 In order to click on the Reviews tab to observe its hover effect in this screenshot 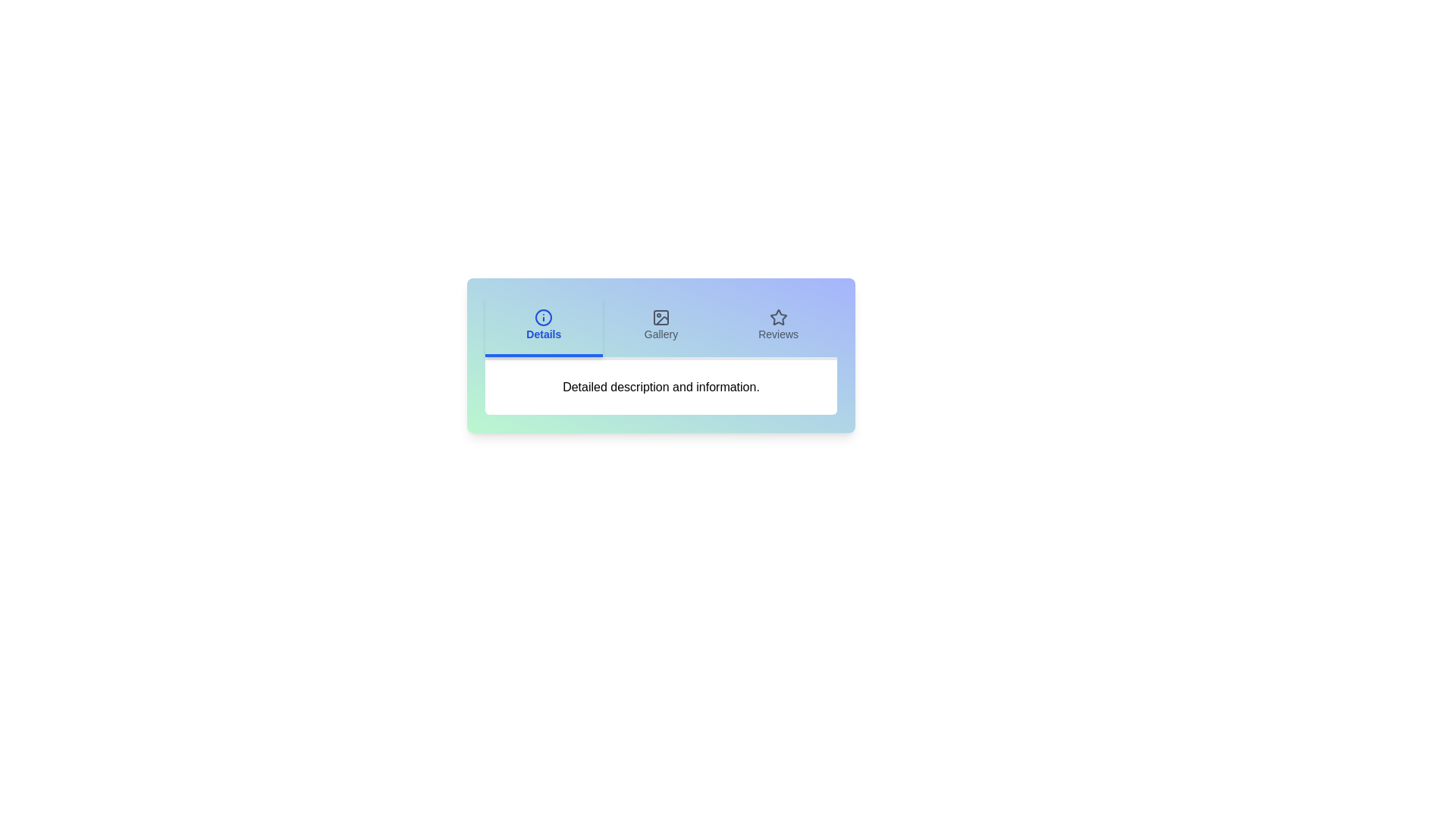, I will do `click(779, 326)`.